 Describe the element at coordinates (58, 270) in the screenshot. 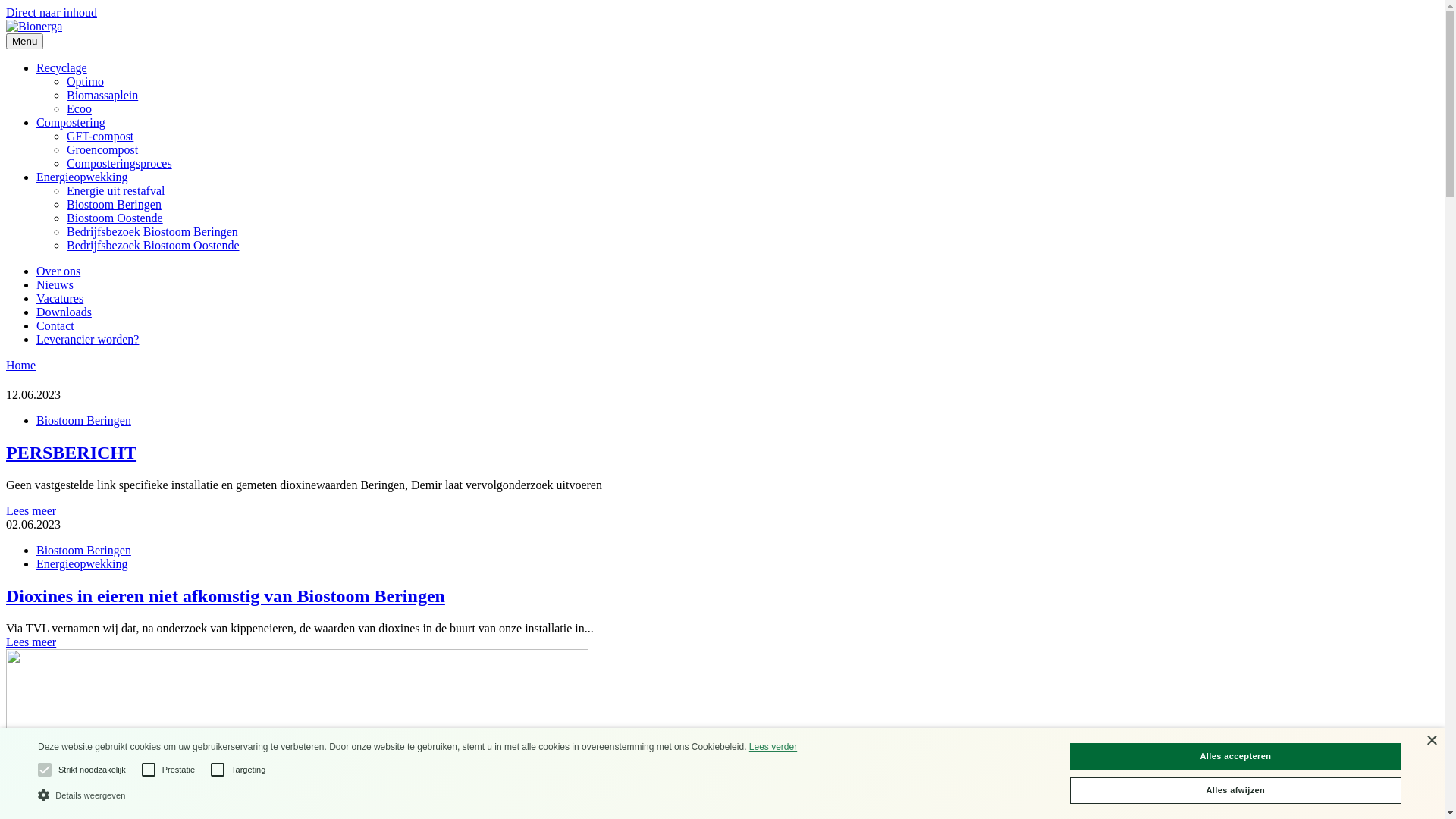

I see `'Over ons'` at that location.